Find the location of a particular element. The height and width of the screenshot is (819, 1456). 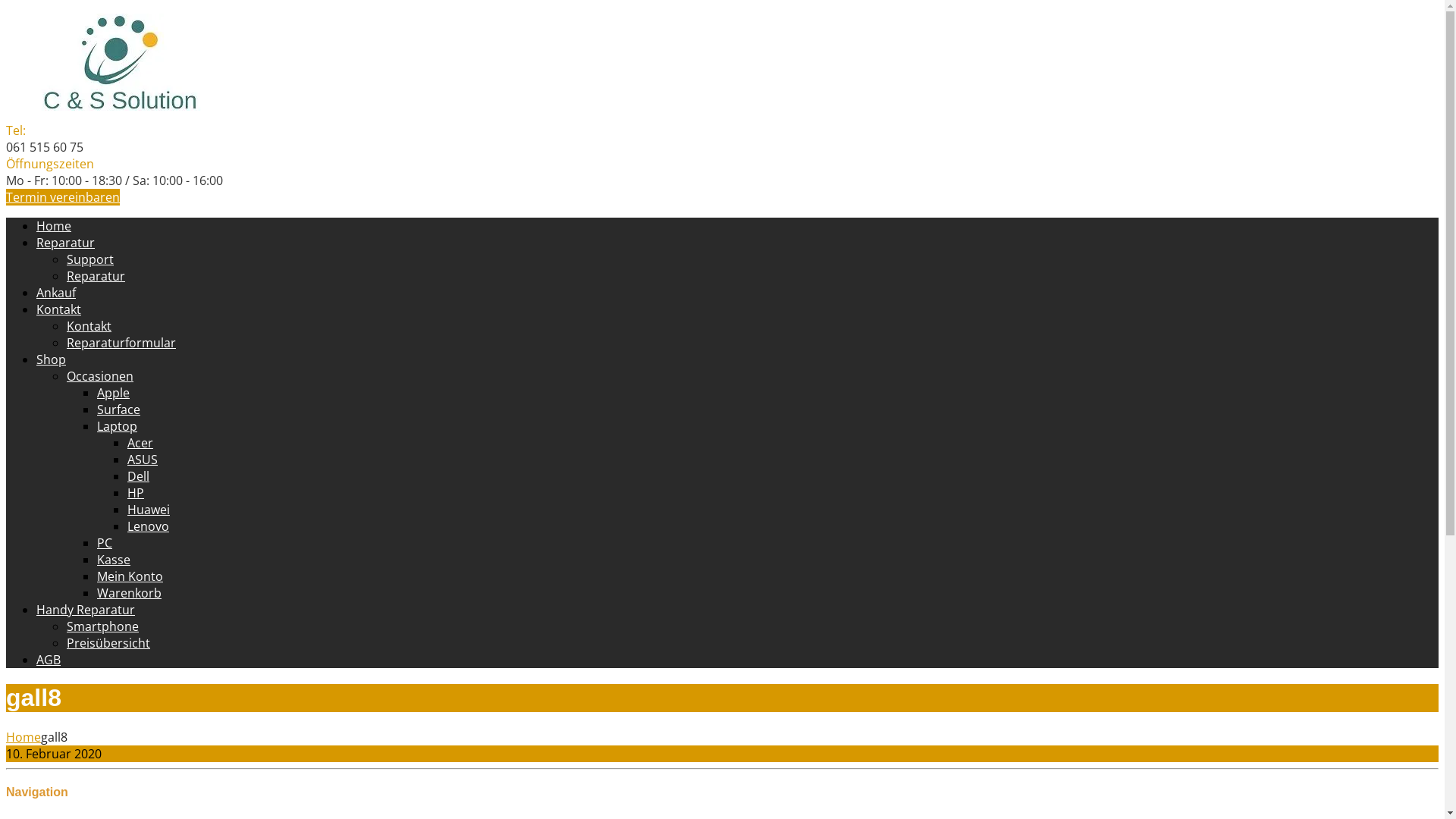

'Laptop' is located at coordinates (116, 426).